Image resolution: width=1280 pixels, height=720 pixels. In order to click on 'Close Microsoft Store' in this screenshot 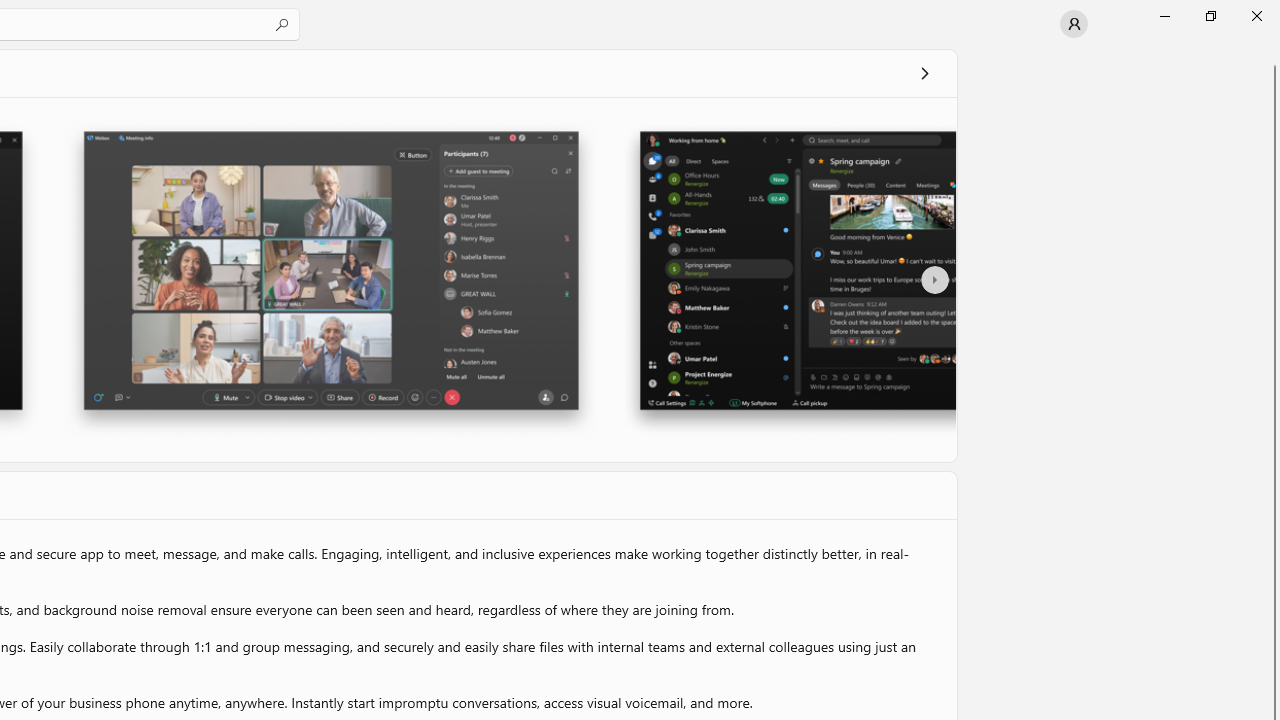, I will do `click(1255, 15)`.